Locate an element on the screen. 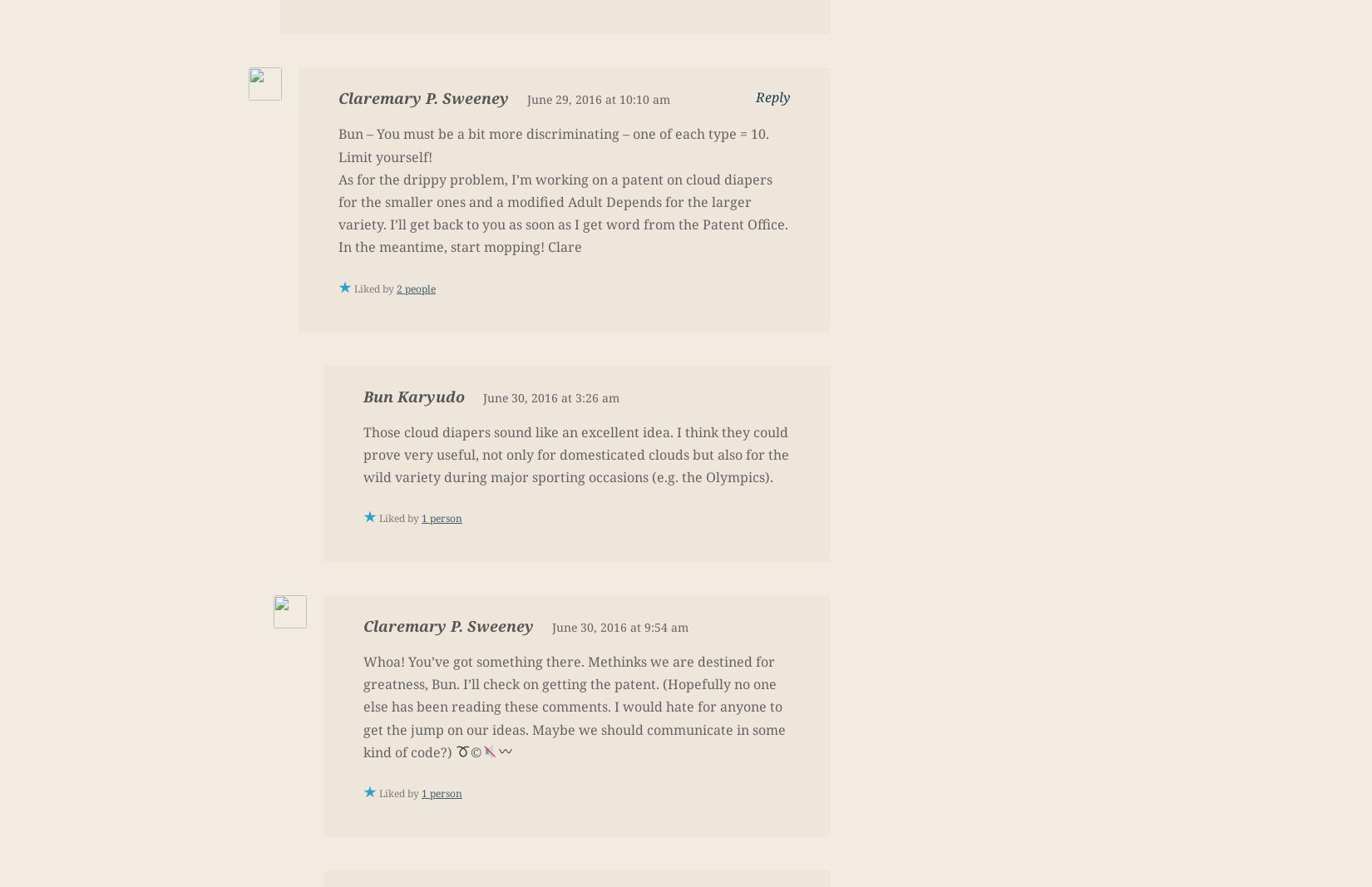 The image size is (1372, 887). 'As for the drippy problem, I’m working on a patent on  cloud diapers for the smaller ones and a modified Adult Depends for the larger variety. I’ll get back to you as soon as I get word from the Patent Office. In the meantime, start mopping! Clare' is located at coordinates (562, 212).